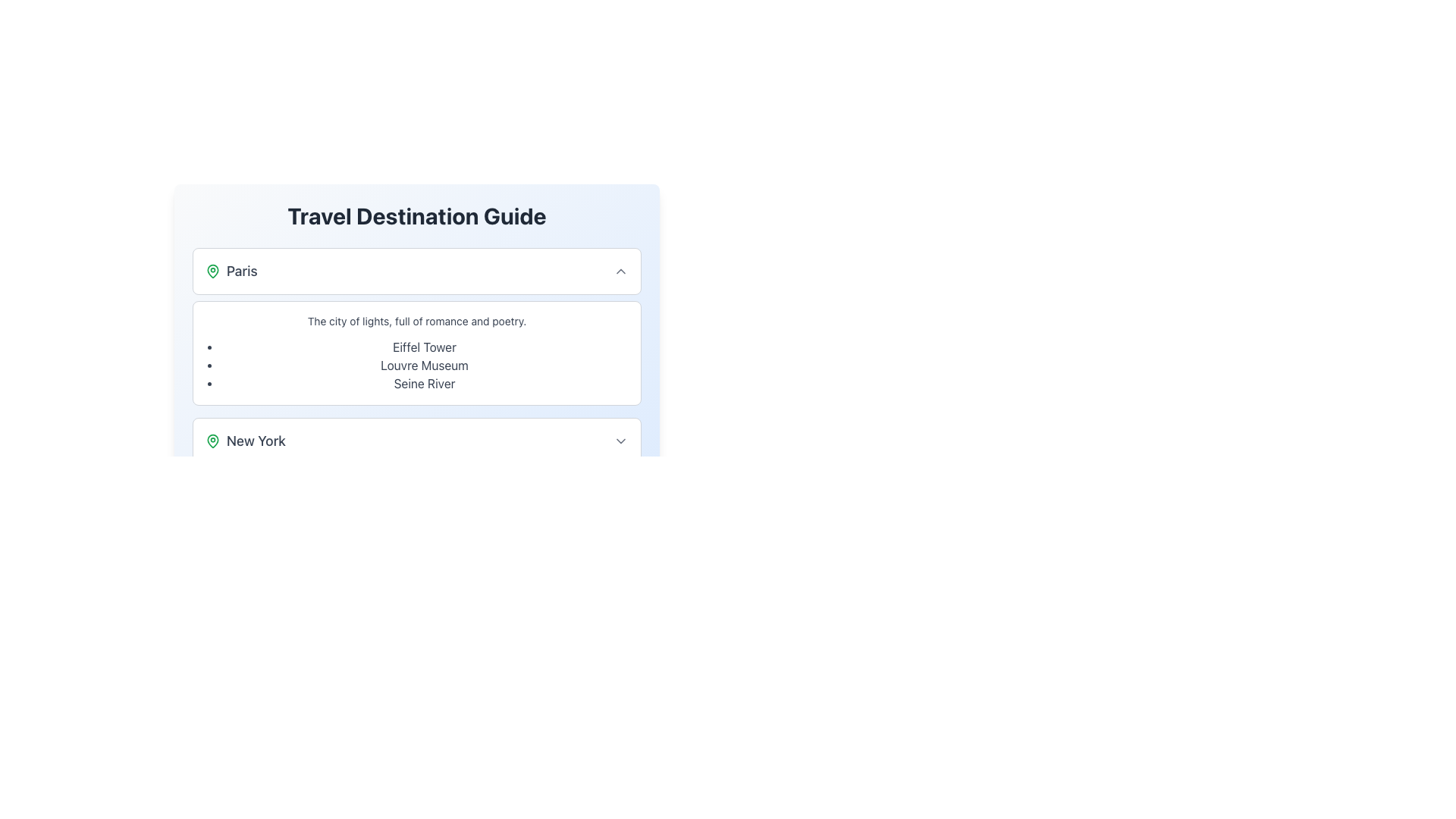  I want to click on the dropdown toggle icon located on the extreme right of the 'New York' section, so click(621, 441).